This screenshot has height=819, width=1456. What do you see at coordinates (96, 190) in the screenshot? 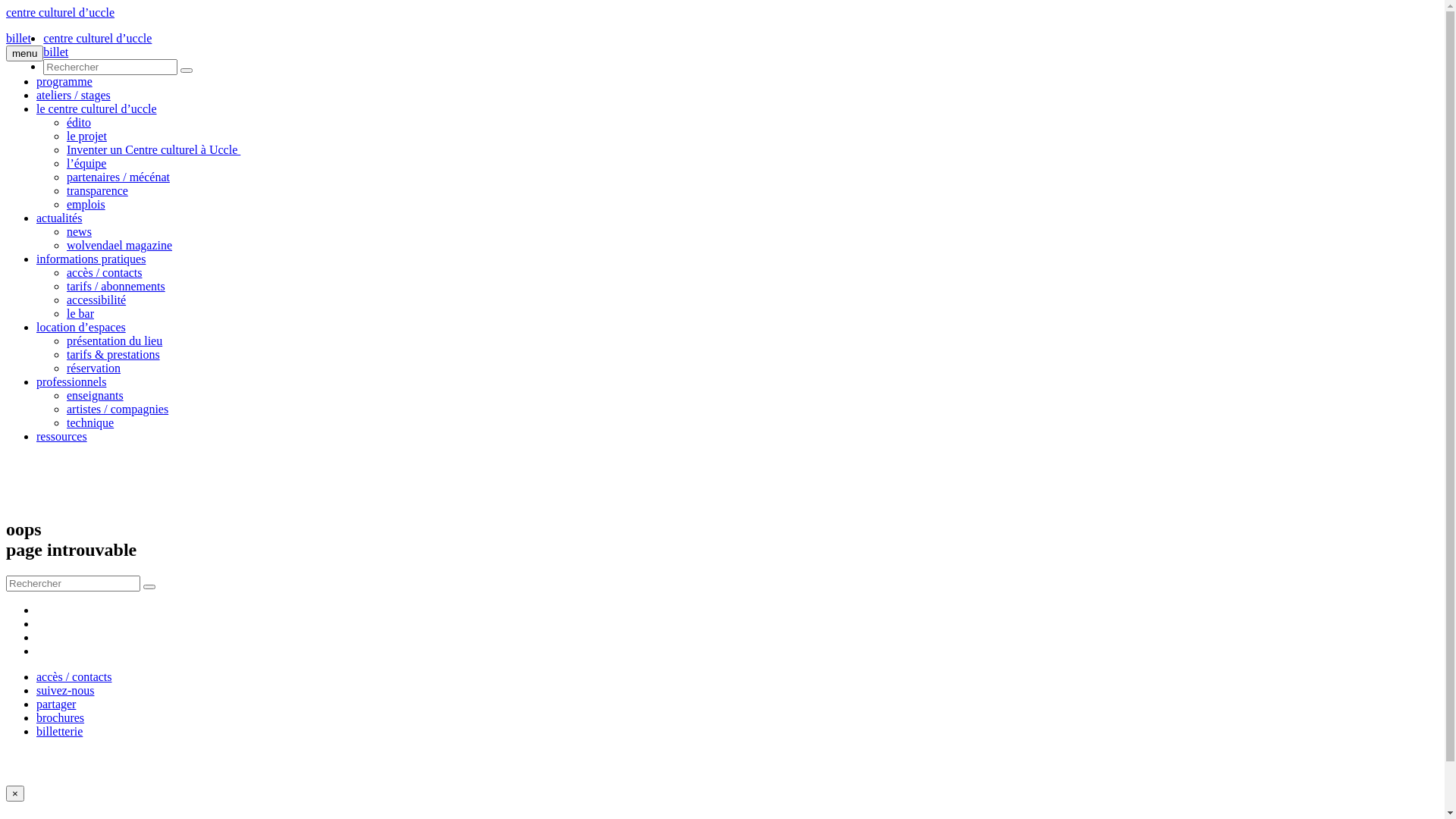
I see `'transparence'` at bounding box center [96, 190].